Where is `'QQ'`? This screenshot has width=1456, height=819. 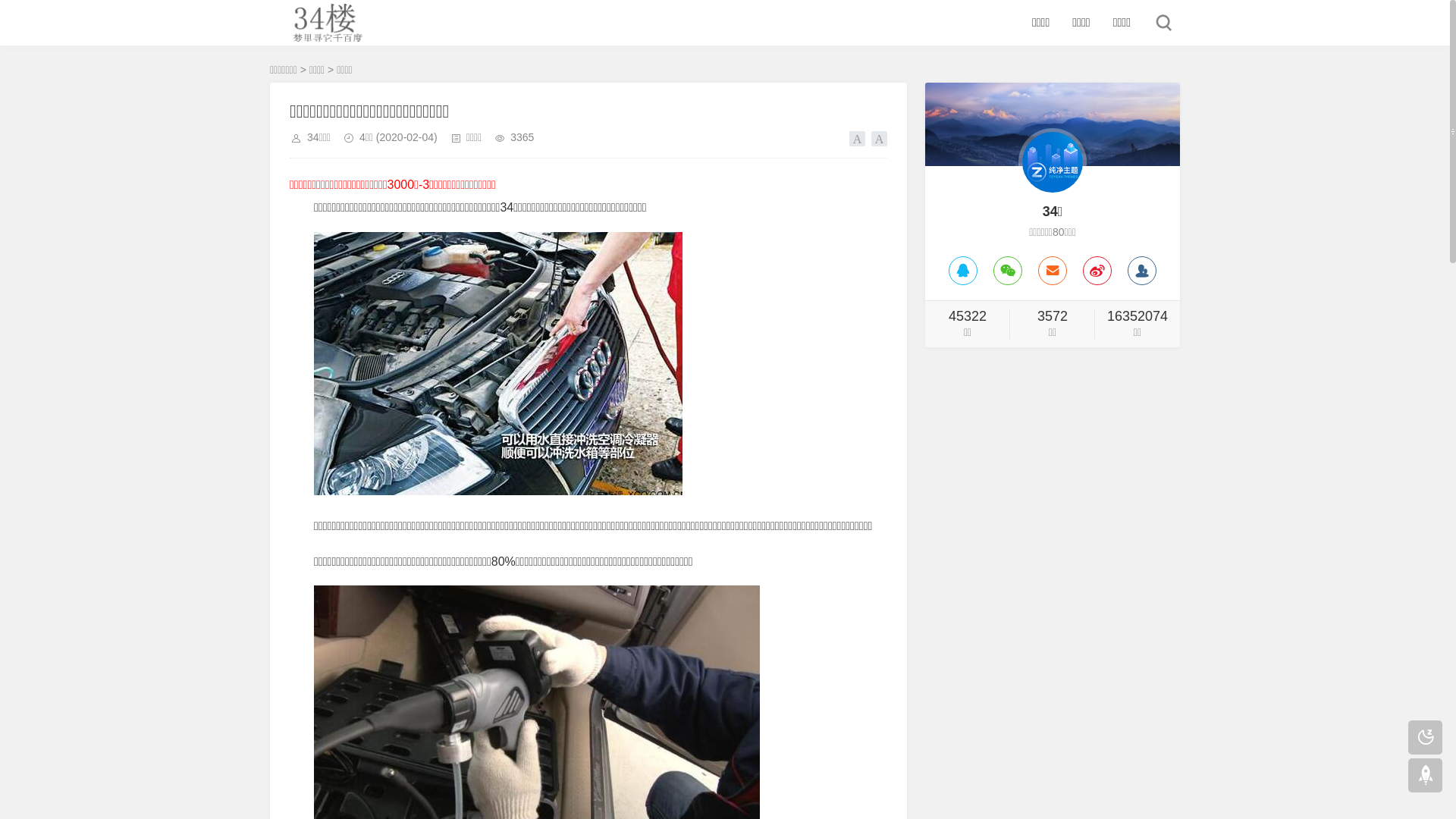
'QQ' is located at coordinates (948, 270).